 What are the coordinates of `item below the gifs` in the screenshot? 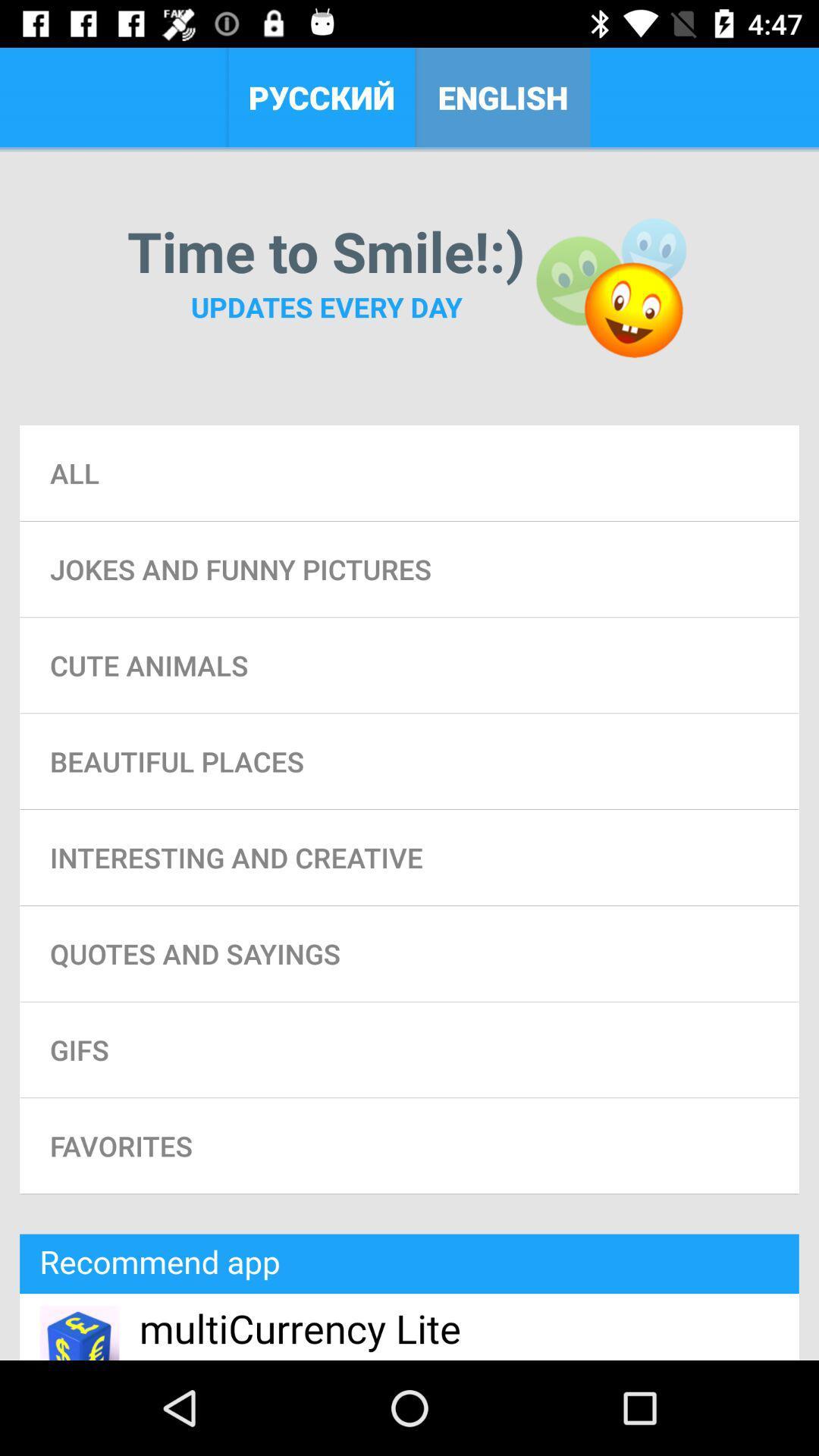 It's located at (409, 1146).